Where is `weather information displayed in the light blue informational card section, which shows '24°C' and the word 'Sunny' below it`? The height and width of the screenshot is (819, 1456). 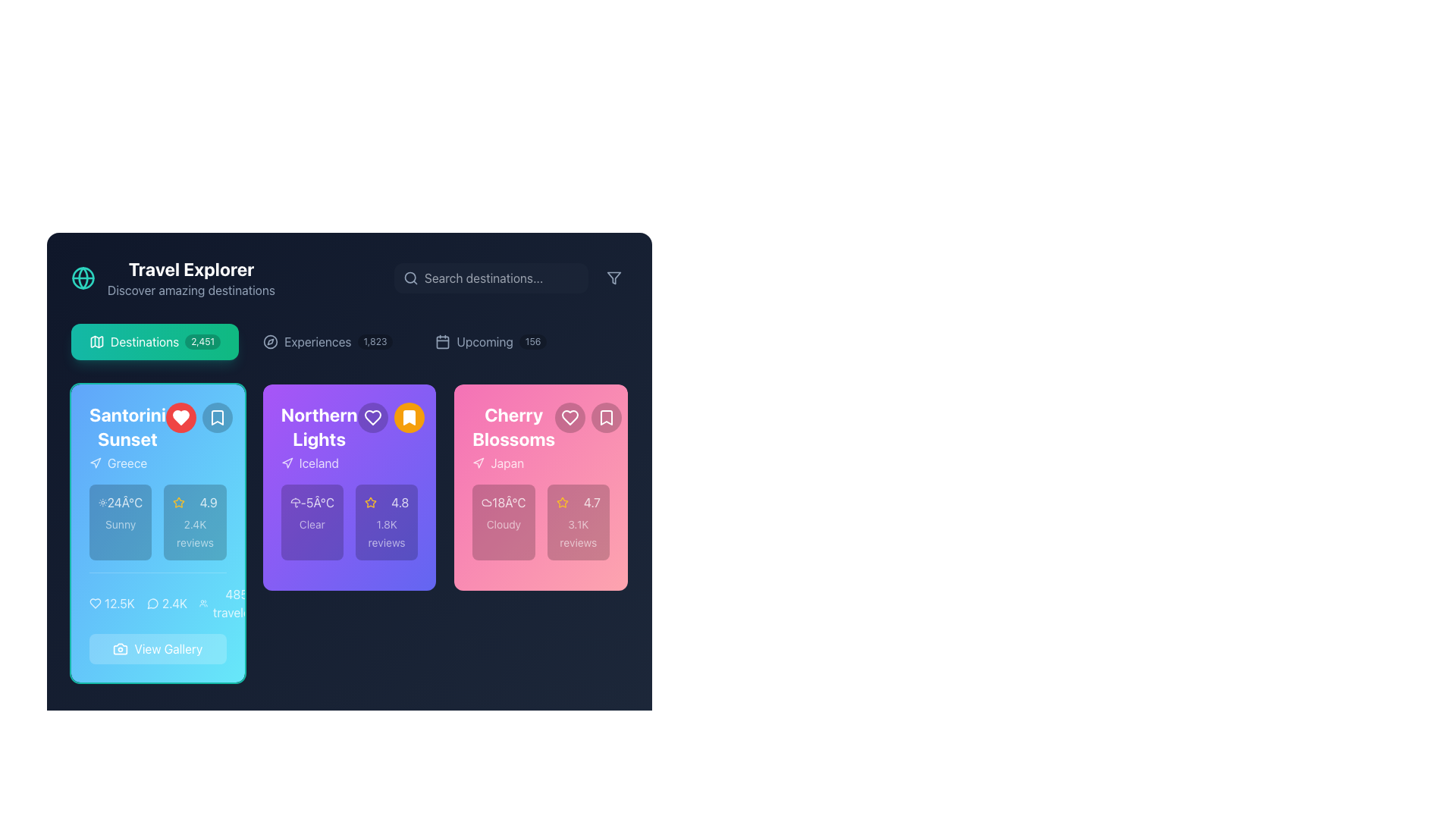
weather information displayed in the light blue informational card section, which shows '24°C' and the word 'Sunny' below it is located at coordinates (120, 522).